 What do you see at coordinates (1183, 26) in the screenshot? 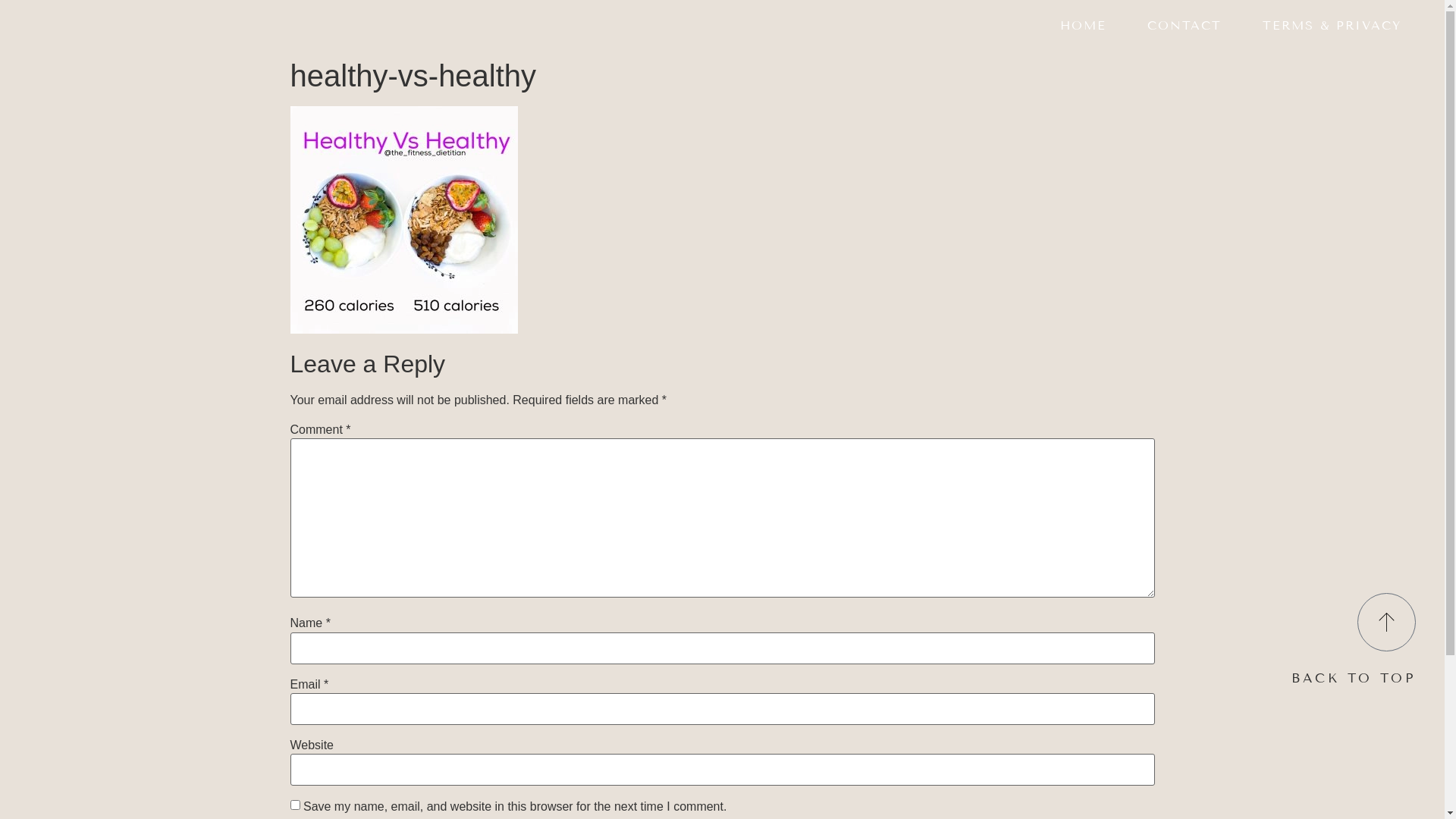
I see `'CONTACT'` at bounding box center [1183, 26].